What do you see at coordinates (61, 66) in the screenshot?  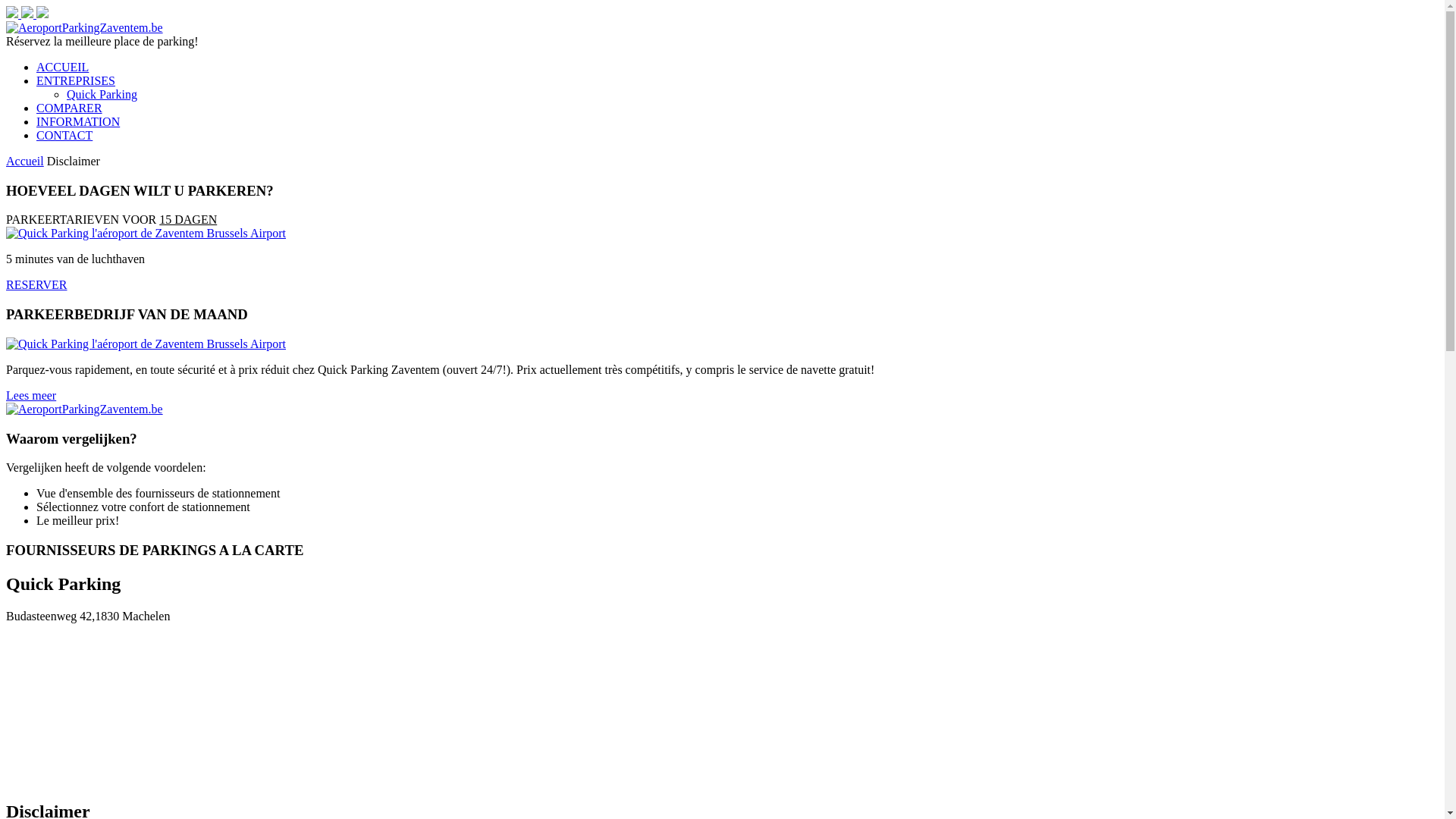 I see `'ACCUEIL'` at bounding box center [61, 66].